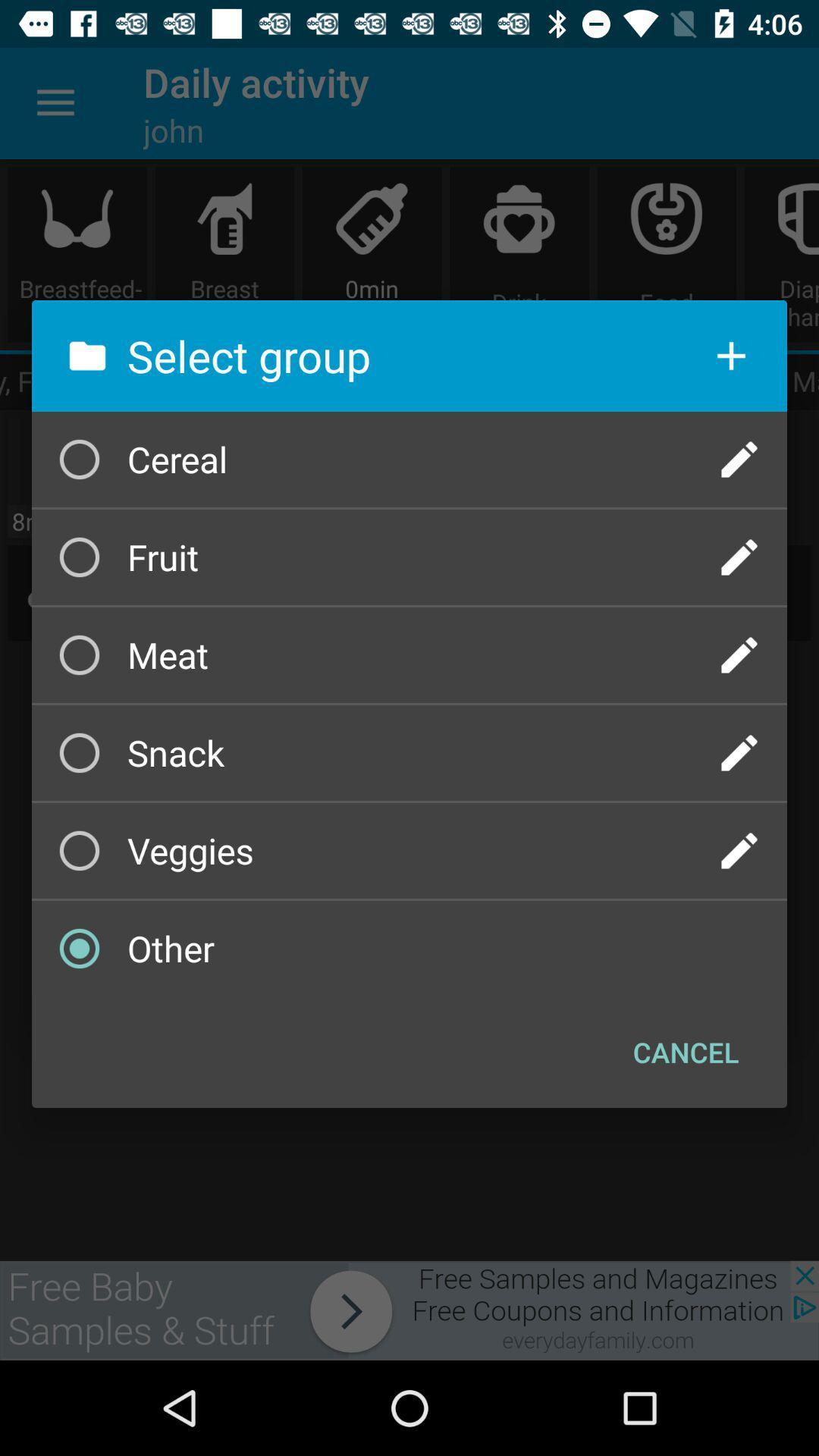  What do you see at coordinates (739, 851) in the screenshot?
I see `edit veggies activity` at bounding box center [739, 851].